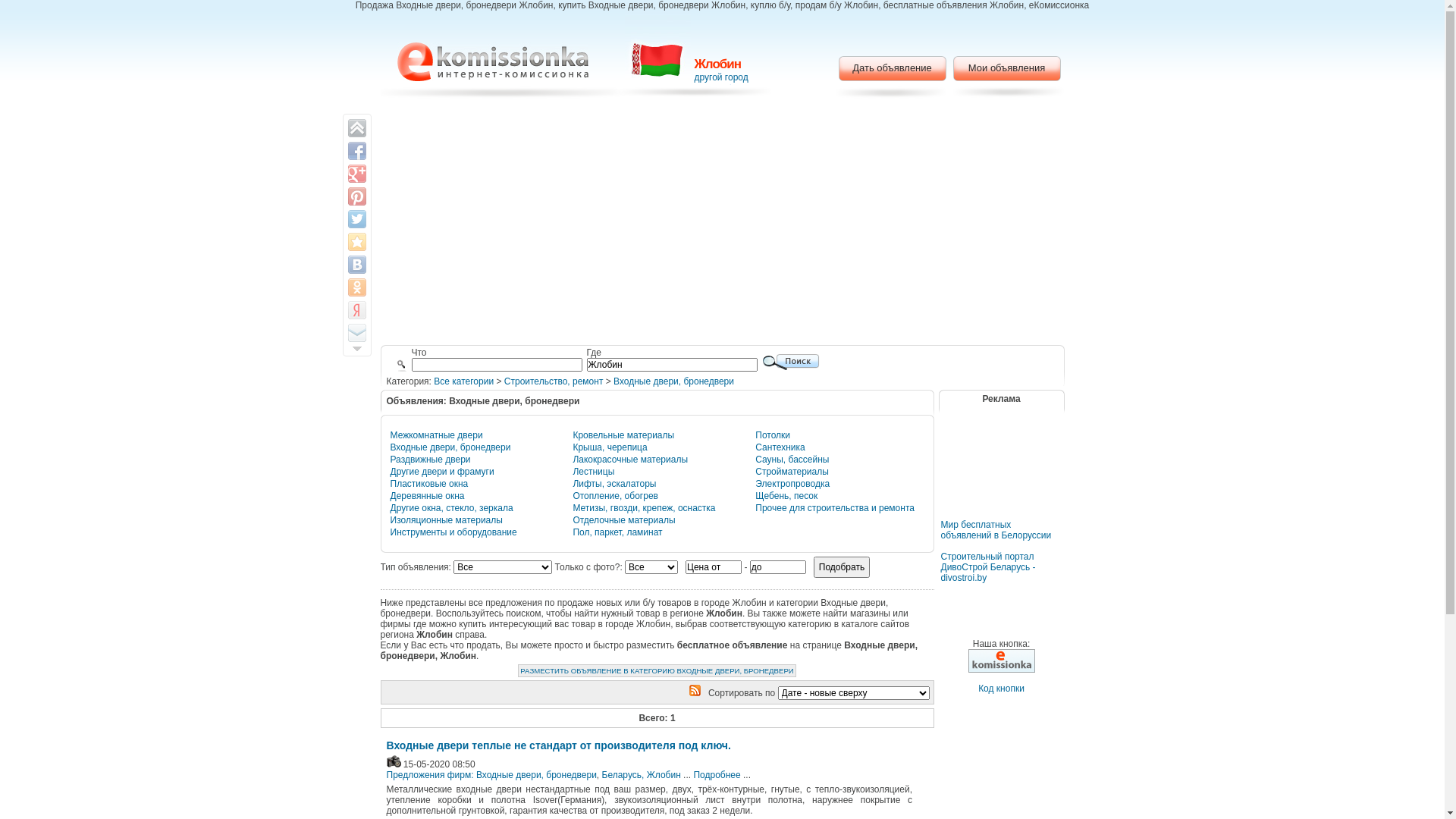 This screenshot has width=1456, height=819. I want to click on 'Share on VK', so click(356, 263).